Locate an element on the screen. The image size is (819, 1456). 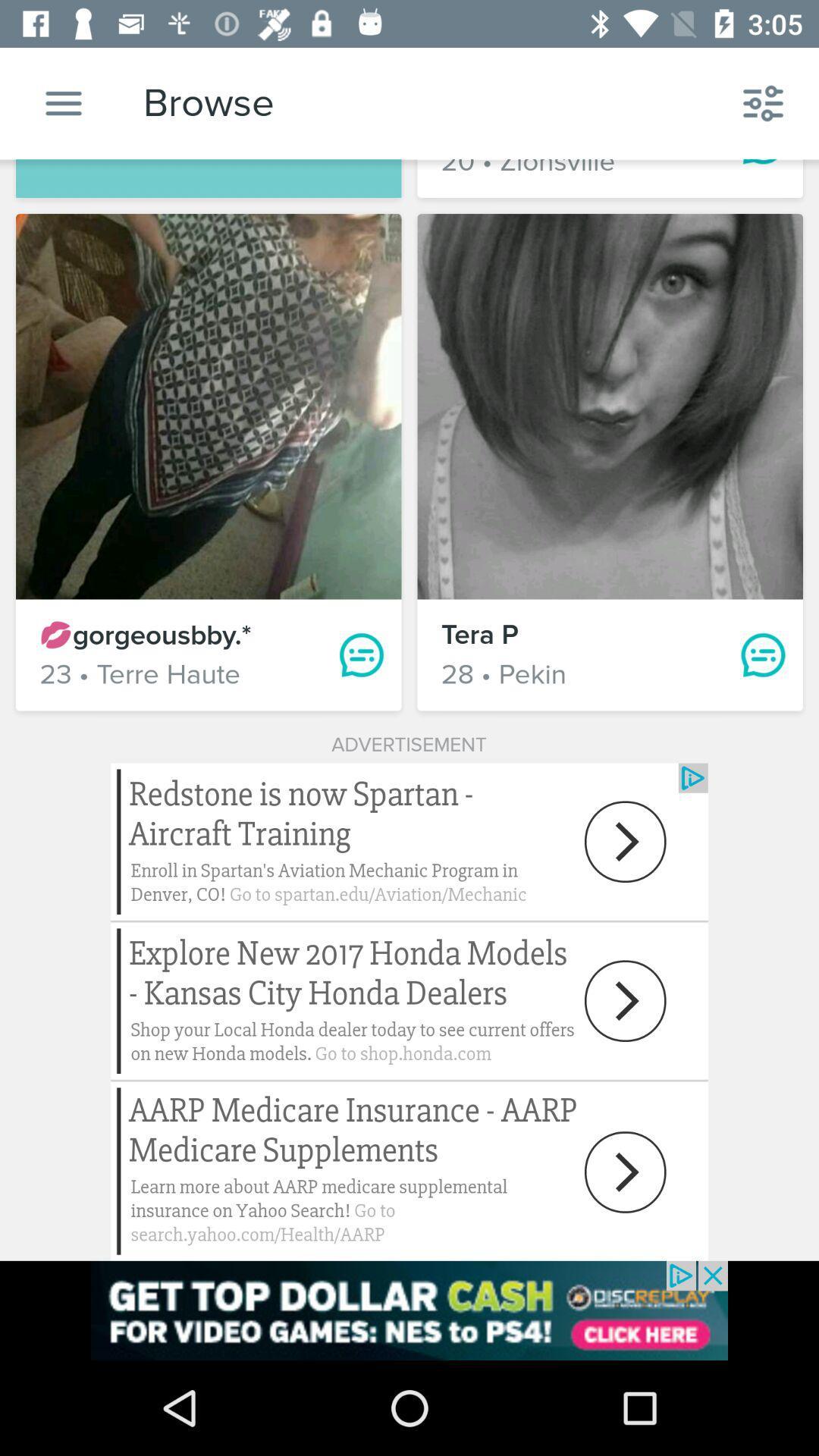
the advertisement is located at coordinates (409, 1310).